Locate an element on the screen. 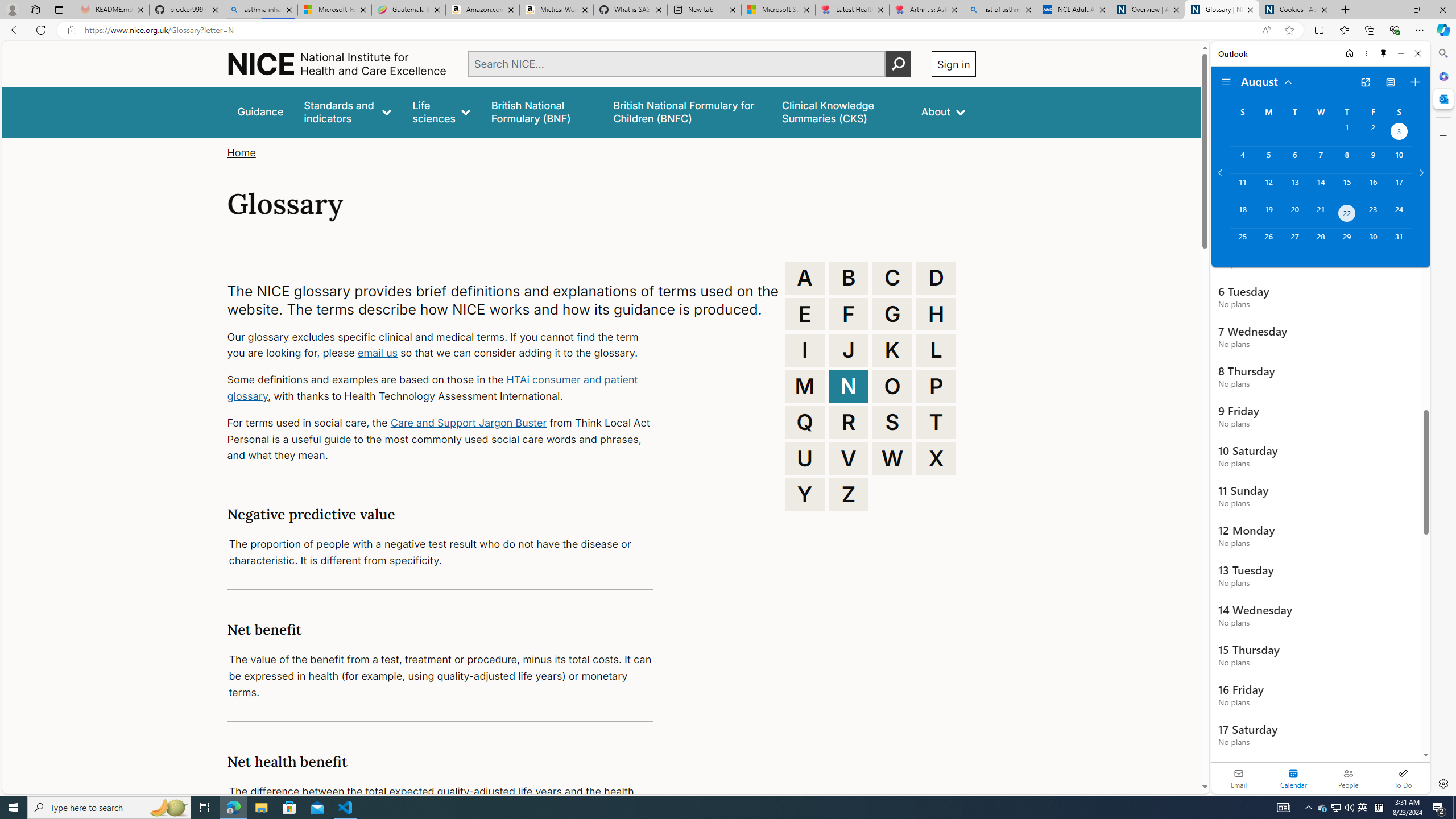 The width and height of the screenshot is (1456, 819). 'Browser essentials' is located at coordinates (1394, 29).